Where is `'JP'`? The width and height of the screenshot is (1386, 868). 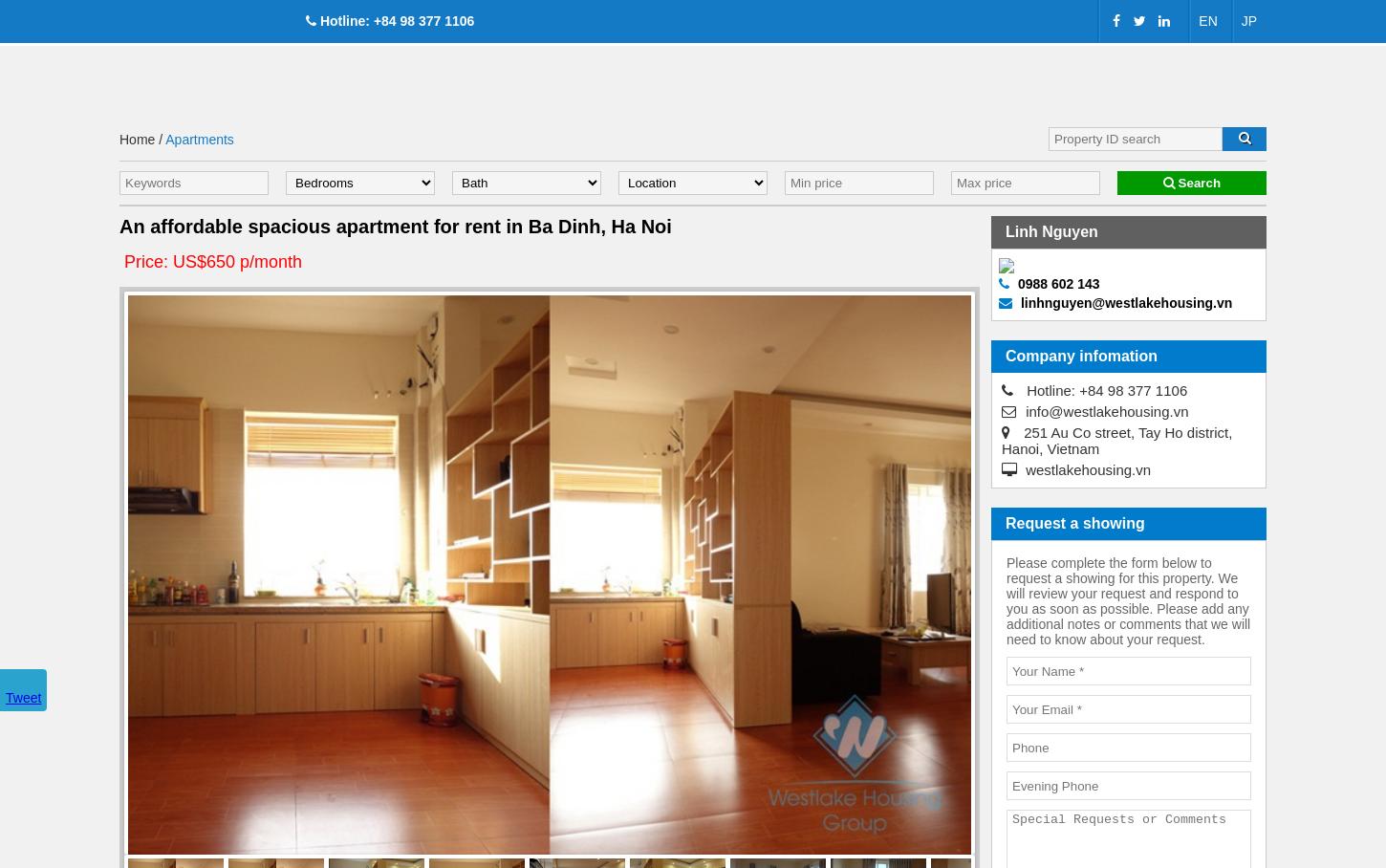 'JP' is located at coordinates (1248, 19).